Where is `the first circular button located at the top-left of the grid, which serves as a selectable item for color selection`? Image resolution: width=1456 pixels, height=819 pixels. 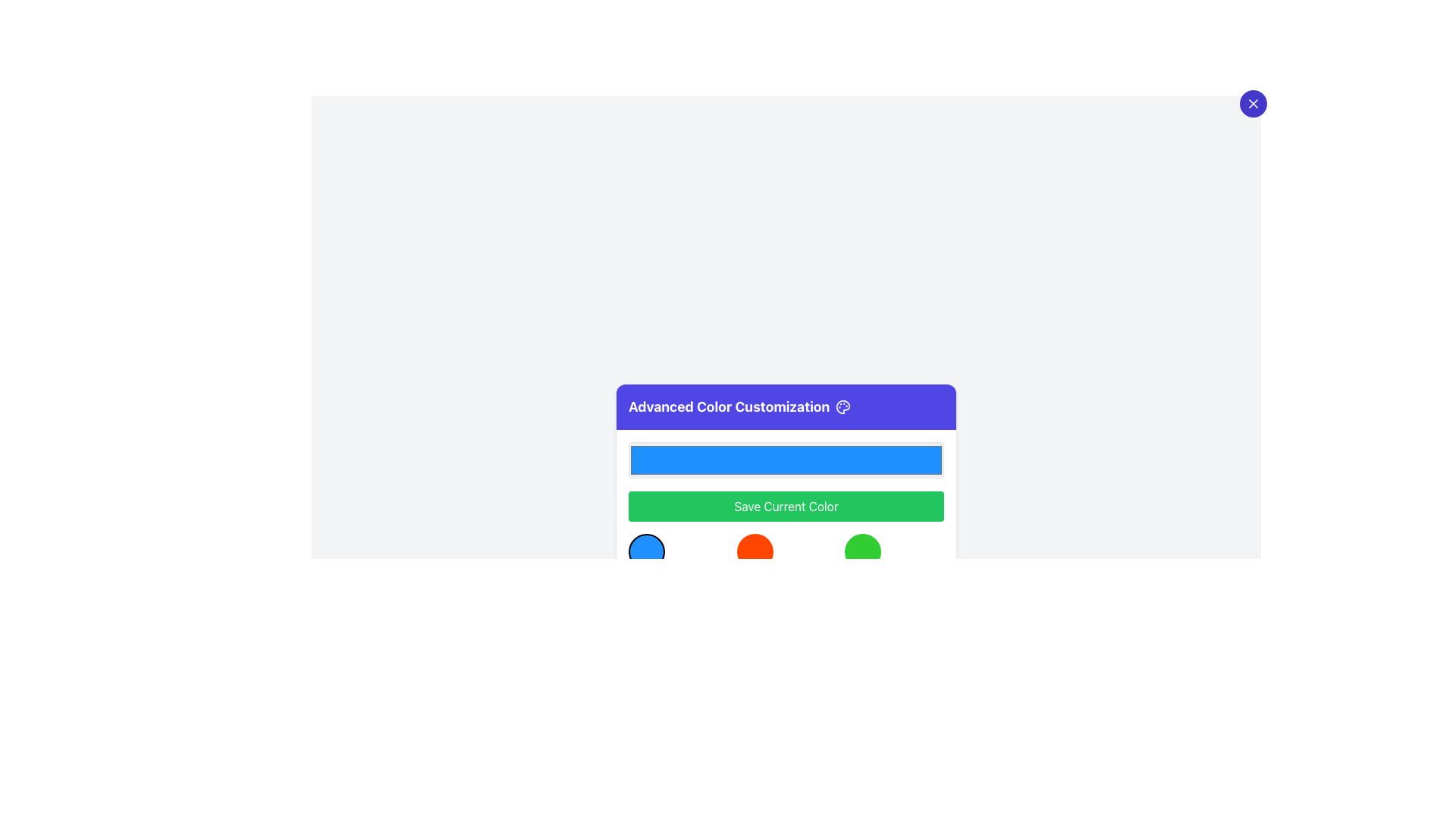 the first circular button located at the top-left of the grid, which serves as a selectable item for color selection is located at coordinates (647, 551).